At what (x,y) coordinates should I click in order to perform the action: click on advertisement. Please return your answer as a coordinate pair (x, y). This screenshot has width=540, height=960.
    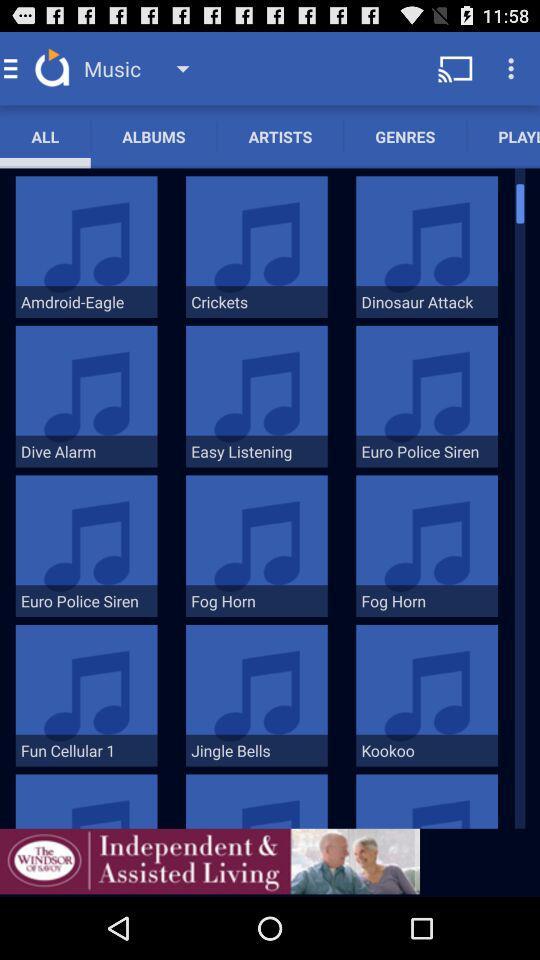
    Looking at the image, I should click on (209, 860).